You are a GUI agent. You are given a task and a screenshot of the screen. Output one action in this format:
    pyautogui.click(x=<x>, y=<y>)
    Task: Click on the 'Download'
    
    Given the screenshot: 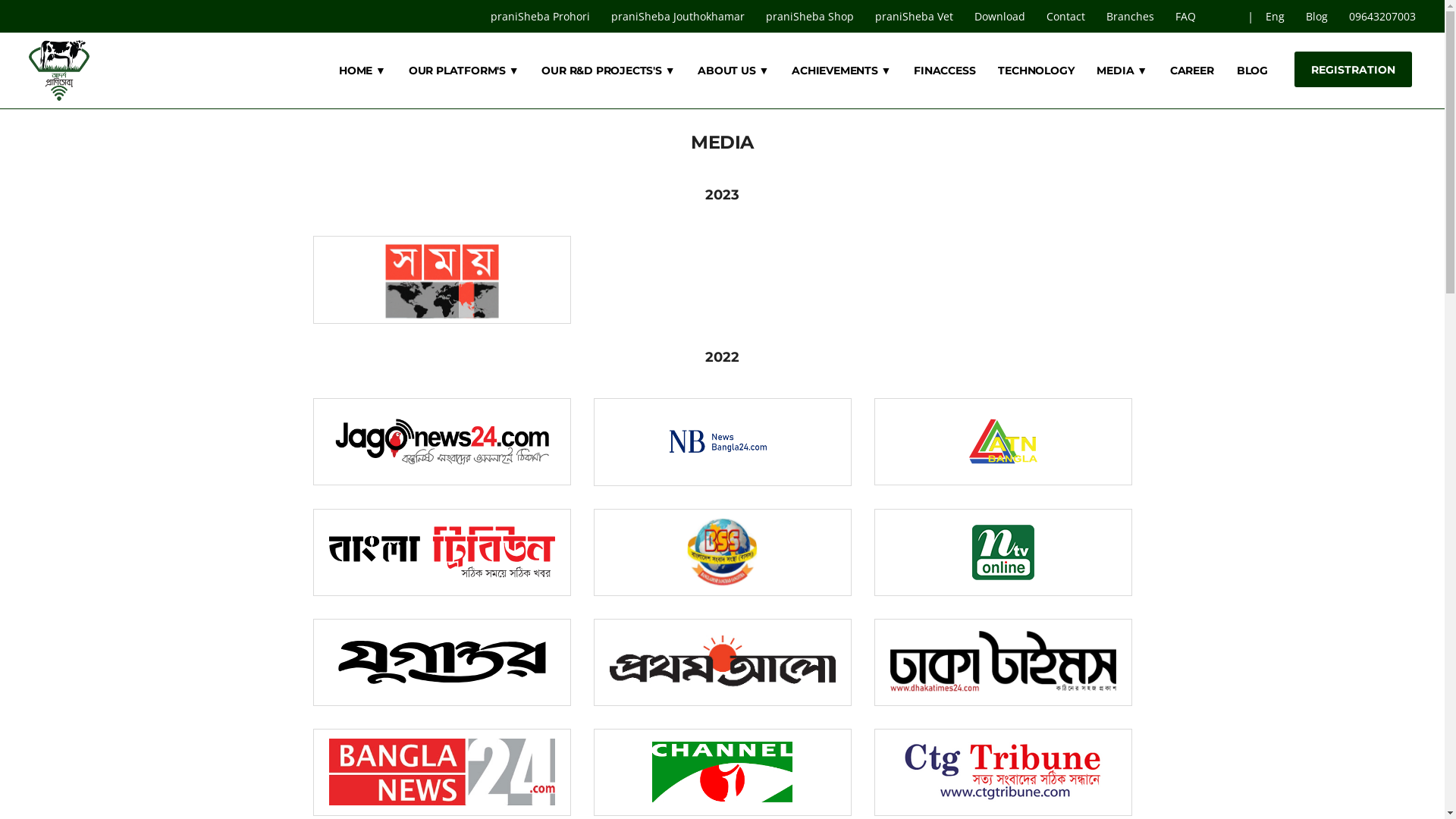 What is the action you would take?
    pyautogui.click(x=964, y=16)
    